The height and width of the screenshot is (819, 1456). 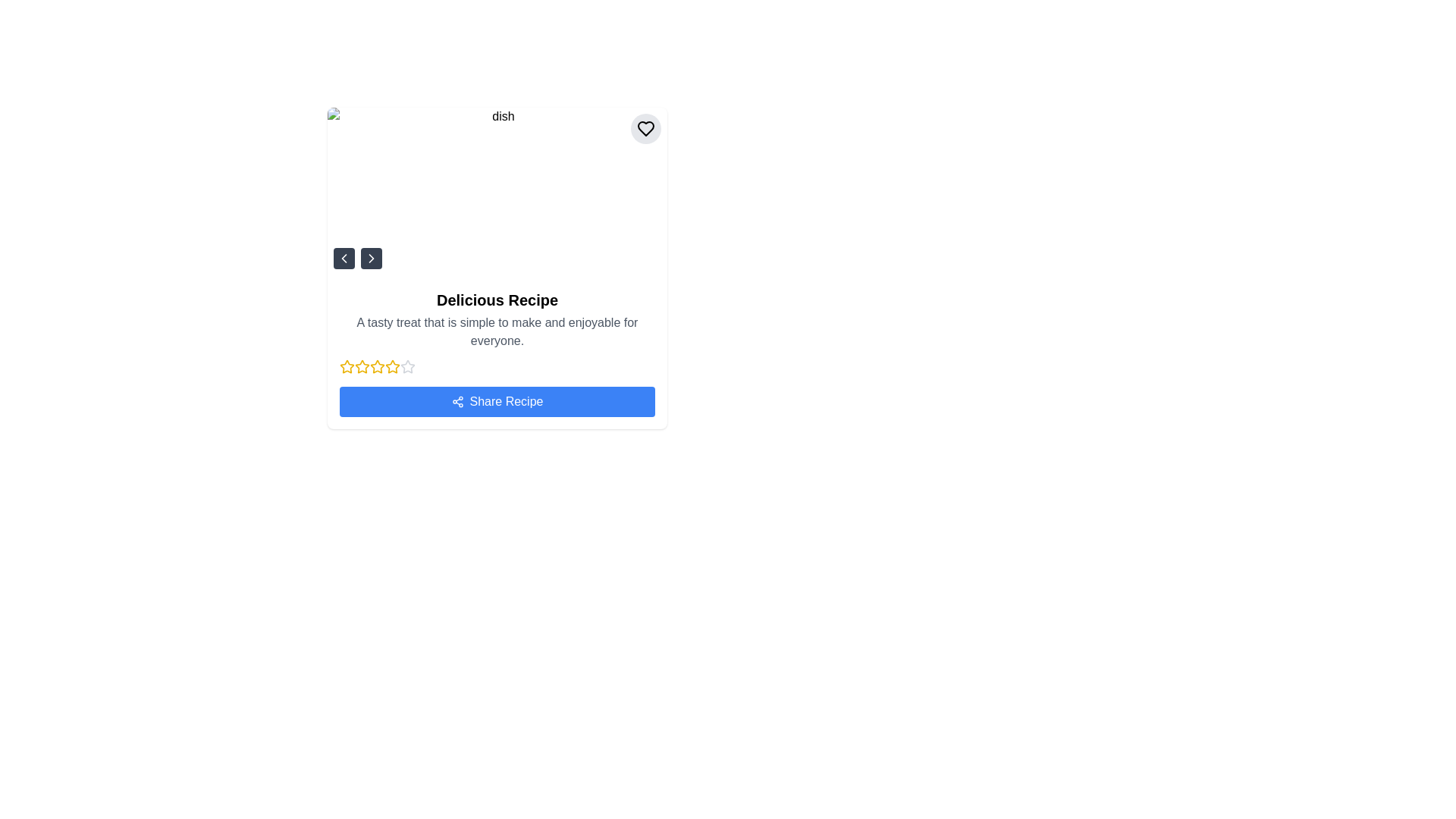 What do you see at coordinates (497, 400) in the screenshot?
I see `the share button located at the bottom of the recipe card, just below the yellow rating stars` at bounding box center [497, 400].